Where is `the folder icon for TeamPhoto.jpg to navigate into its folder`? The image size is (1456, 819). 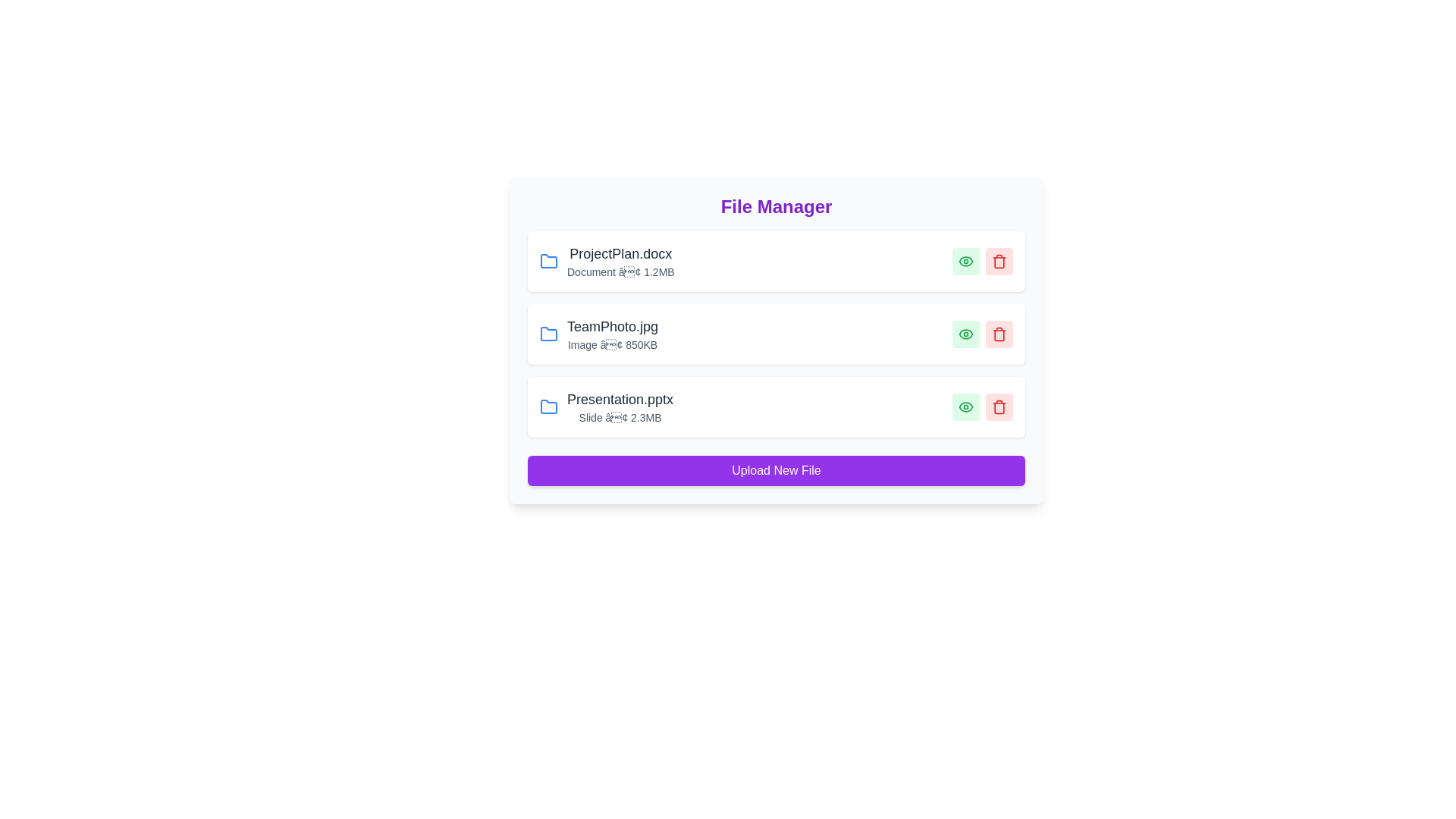 the folder icon for TeamPhoto.jpg to navigate into its folder is located at coordinates (548, 333).